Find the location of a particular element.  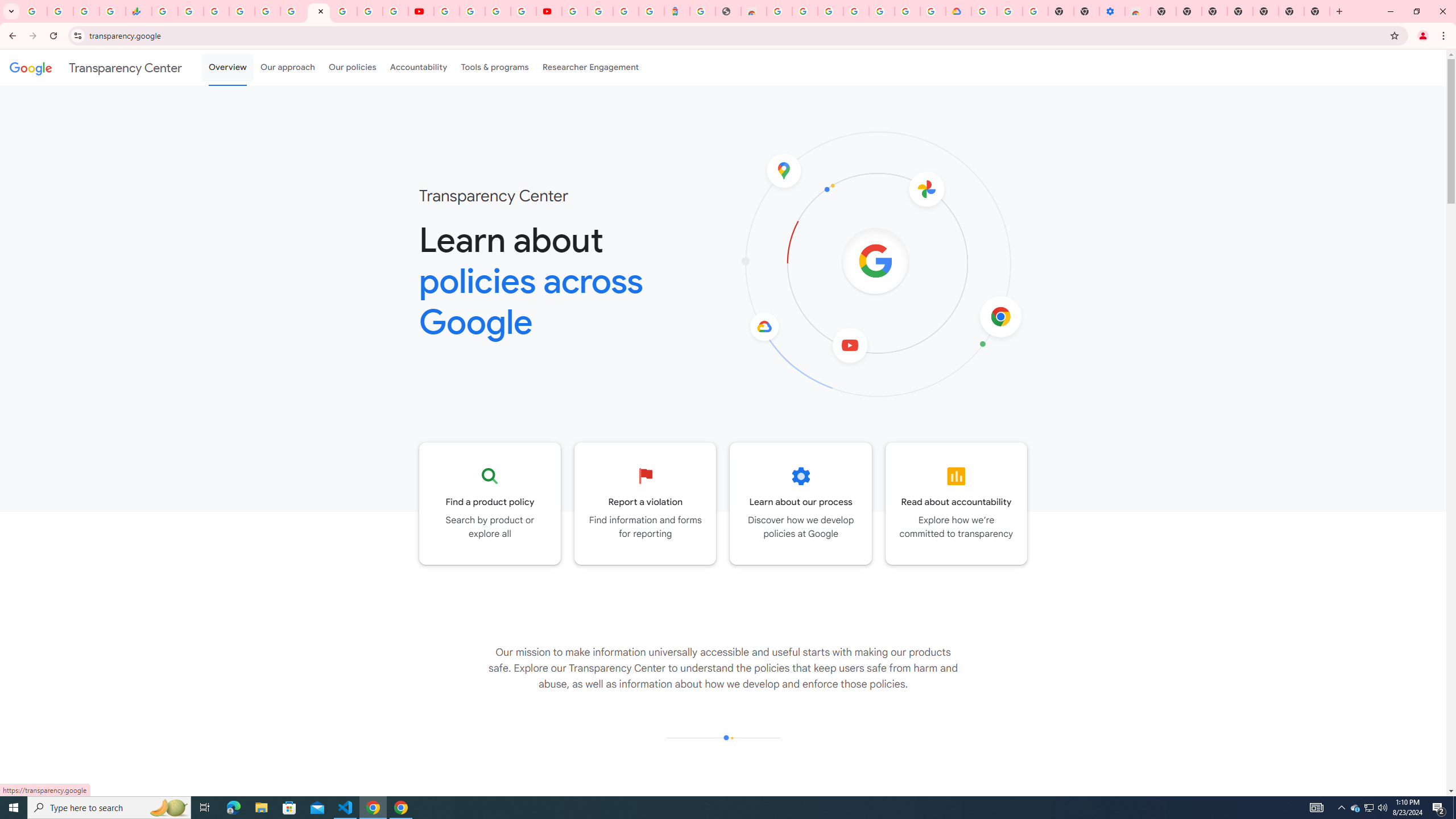

'Go to the Accountability page' is located at coordinates (955, 503).